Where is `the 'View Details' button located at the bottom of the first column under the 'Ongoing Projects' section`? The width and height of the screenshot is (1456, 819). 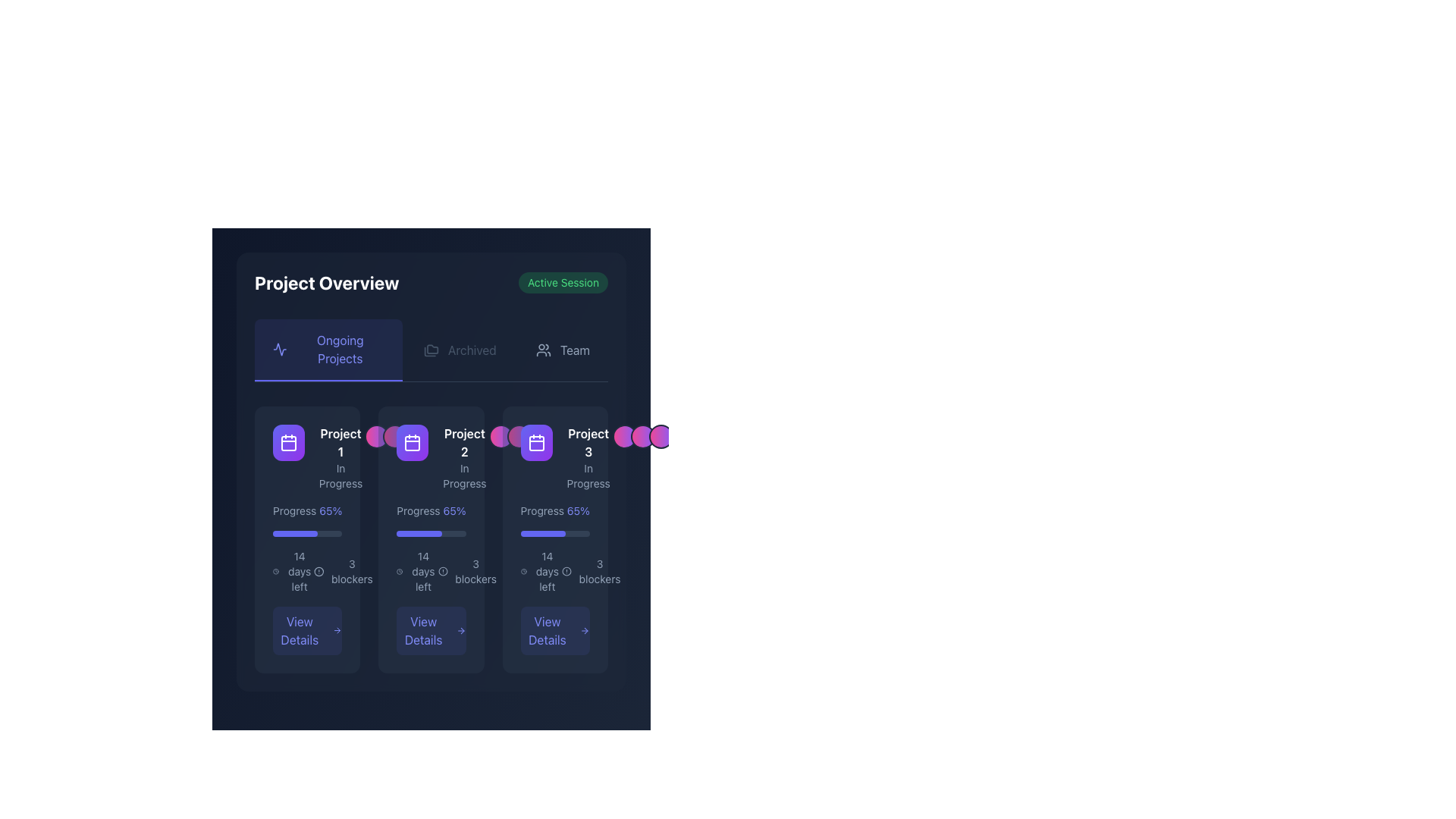 the 'View Details' button located at the bottom of the first column under the 'Ongoing Projects' section is located at coordinates (306, 631).